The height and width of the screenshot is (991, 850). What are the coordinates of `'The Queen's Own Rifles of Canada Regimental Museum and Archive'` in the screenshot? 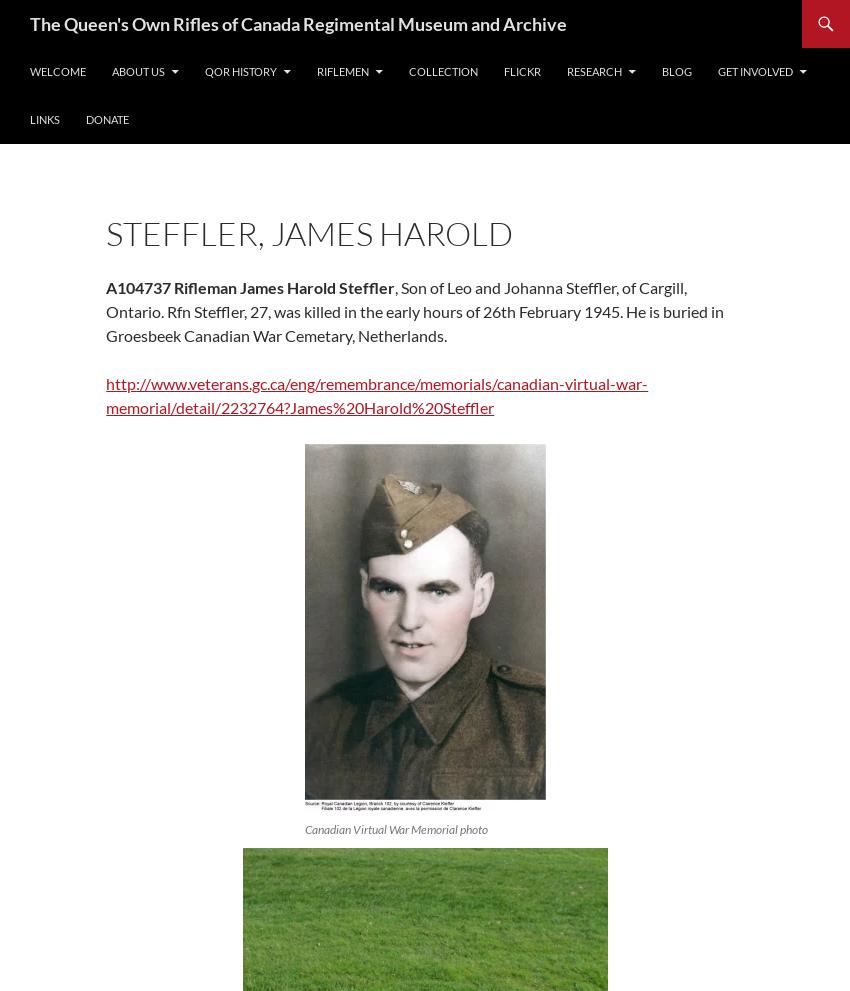 It's located at (29, 22).